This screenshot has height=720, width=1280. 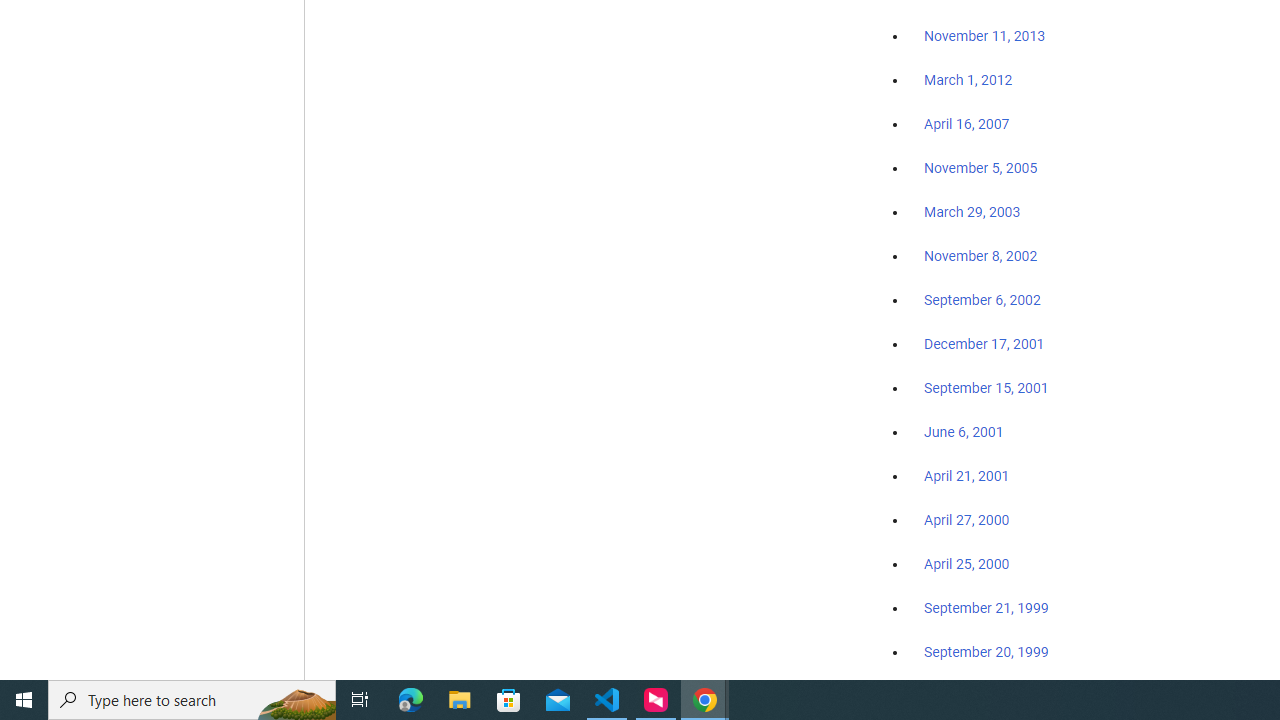 I want to click on 'April 16, 2007', so click(x=967, y=124).